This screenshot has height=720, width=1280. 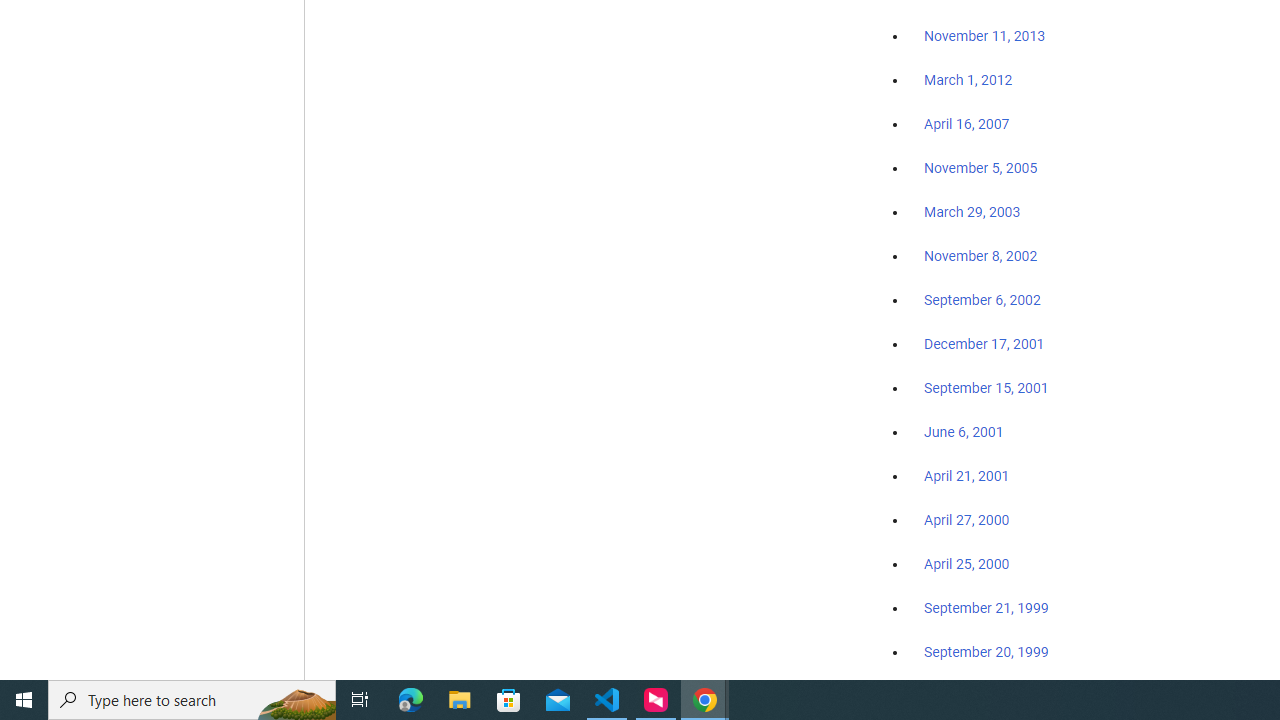 I want to click on 'April 16, 2007', so click(x=967, y=124).